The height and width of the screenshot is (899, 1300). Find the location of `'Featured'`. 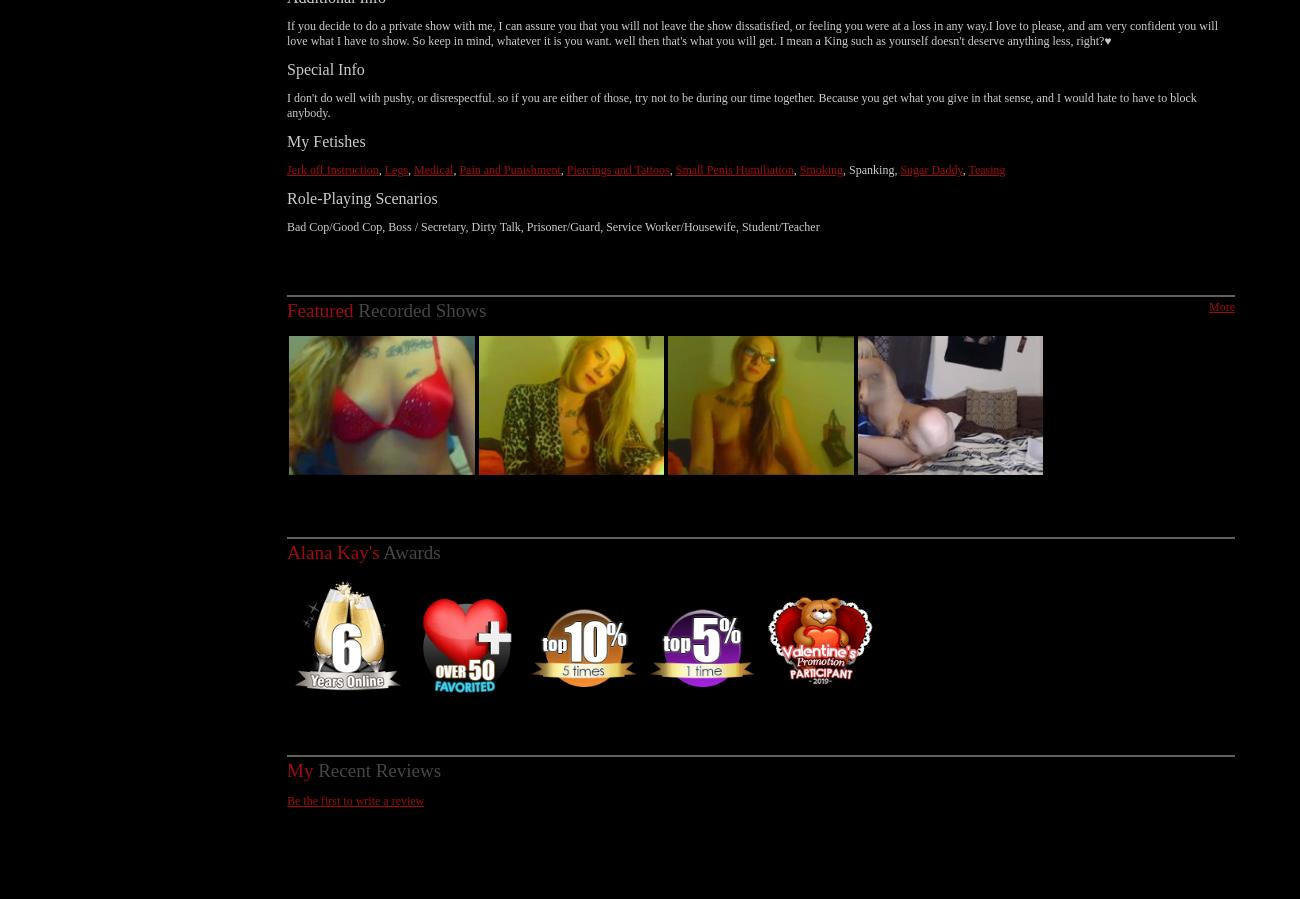

'Featured' is located at coordinates (320, 288).